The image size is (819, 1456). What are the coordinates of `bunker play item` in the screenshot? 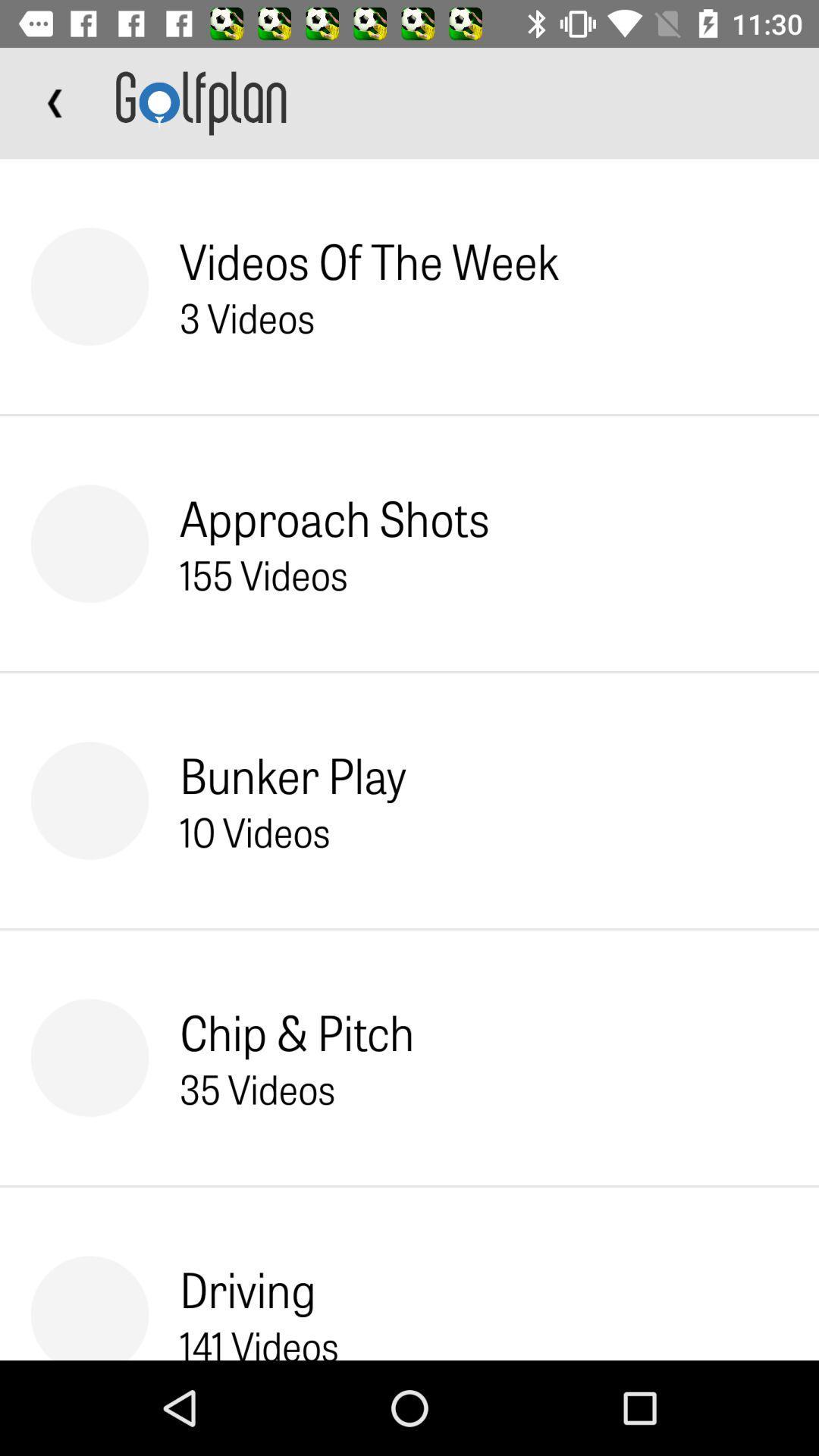 It's located at (293, 774).